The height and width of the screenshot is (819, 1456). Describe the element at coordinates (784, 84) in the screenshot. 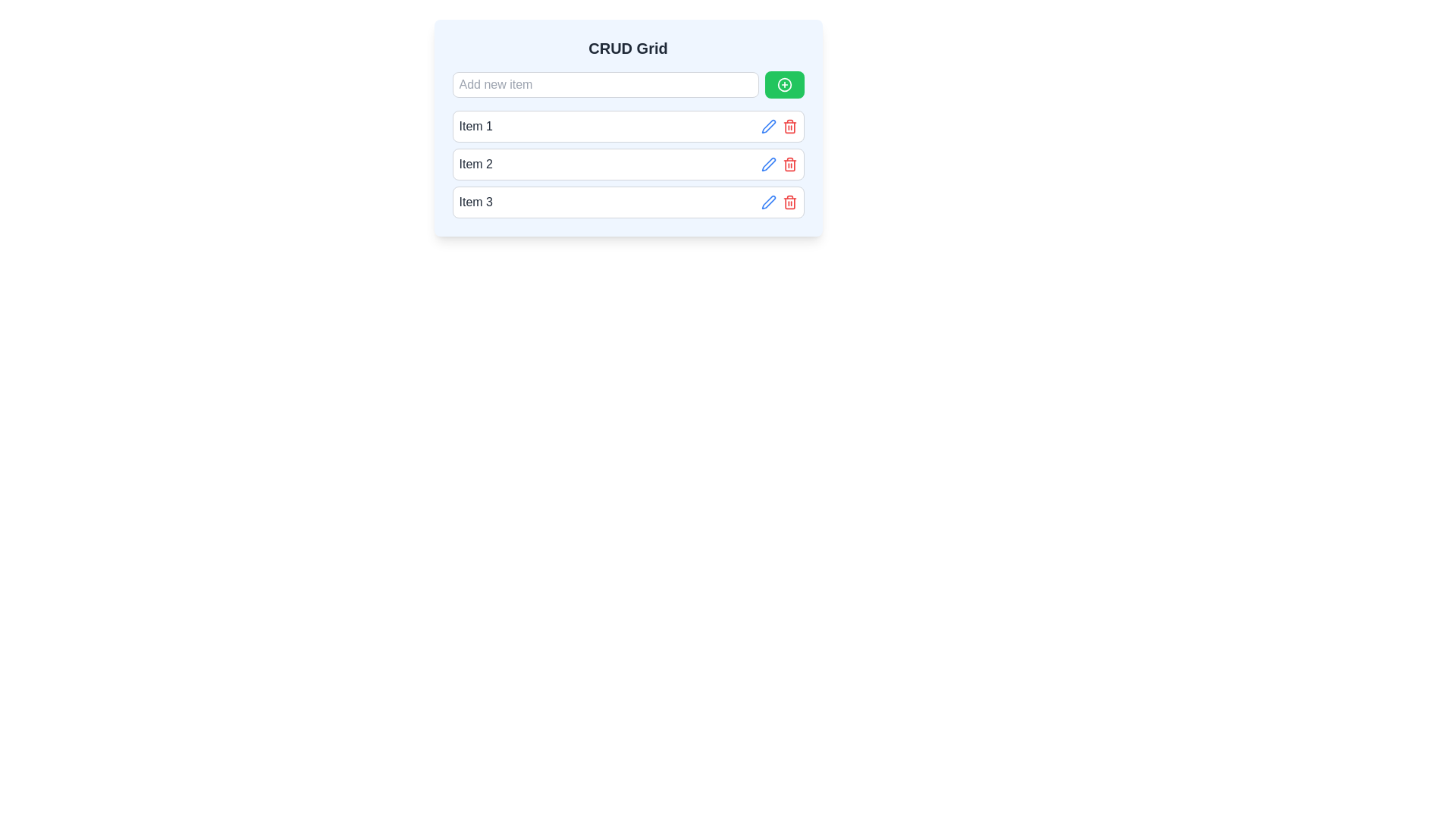

I see `the SVG circle graphic element located at the top-right section of the CRUD Grid interface, which has a radius of 10 and is styled with a thin border` at that location.